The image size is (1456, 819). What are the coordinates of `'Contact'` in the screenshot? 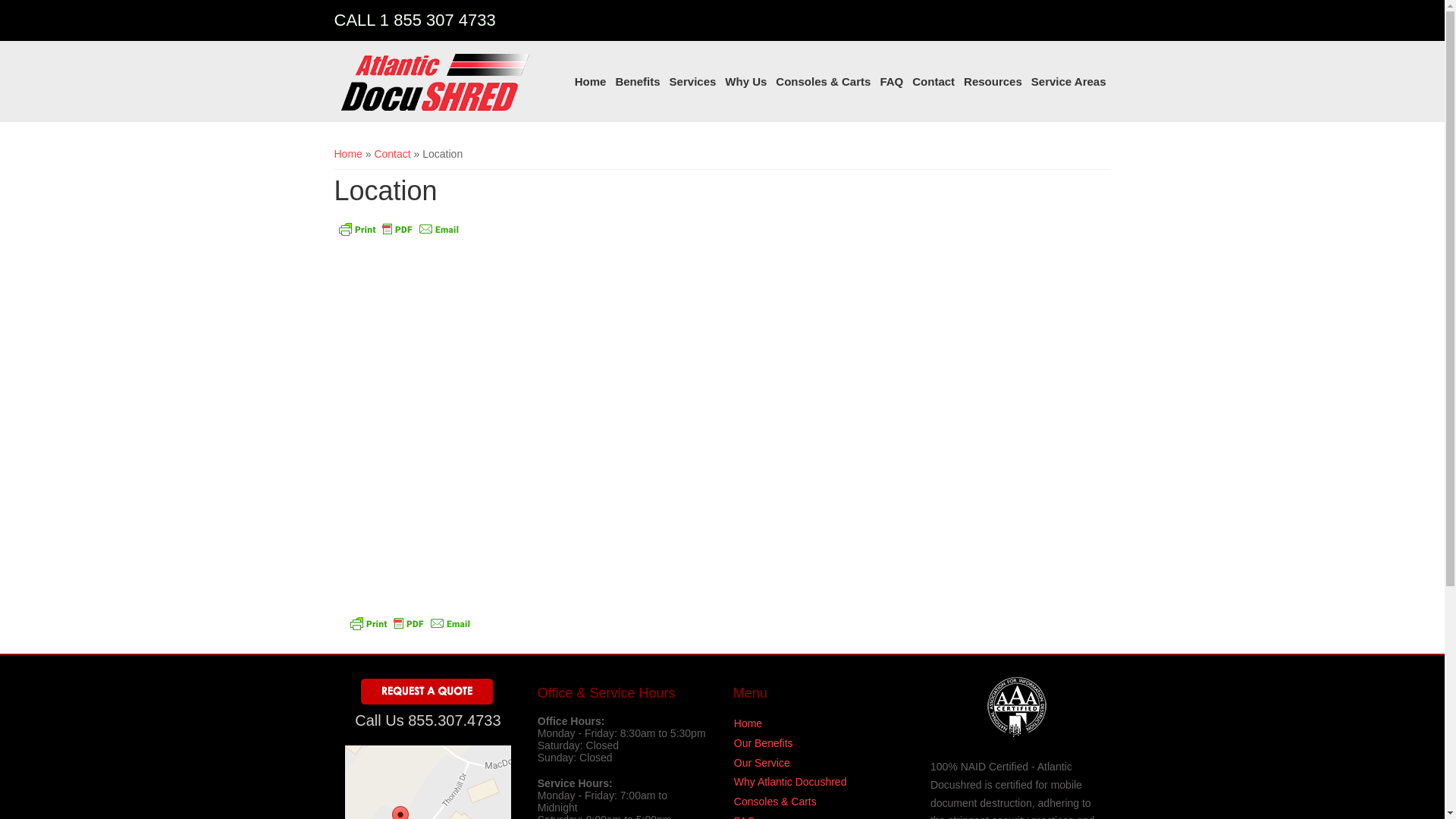 It's located at (392, 154).